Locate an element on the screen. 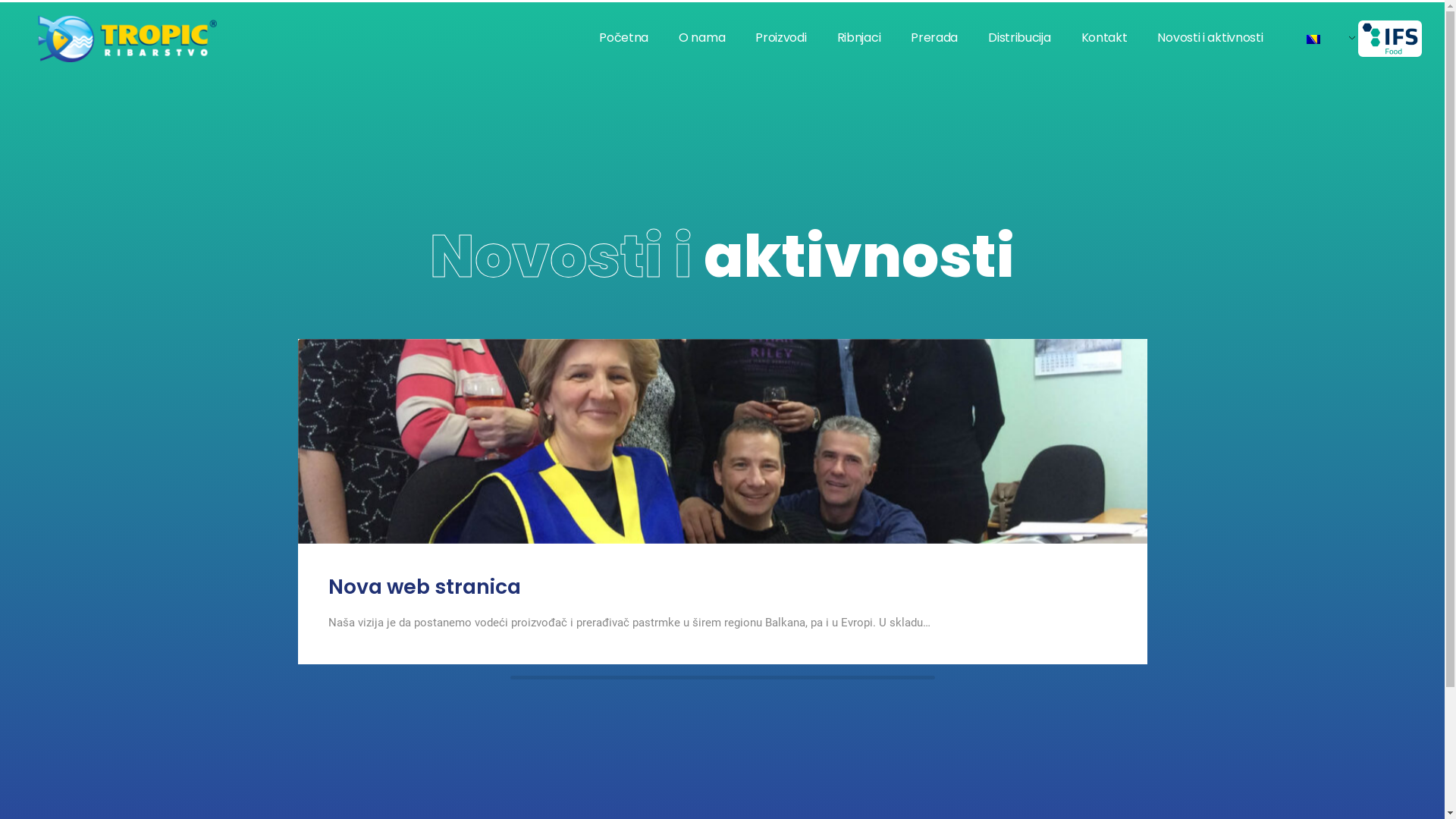  'Ribnjaci' is located at coordinates (858, 37).